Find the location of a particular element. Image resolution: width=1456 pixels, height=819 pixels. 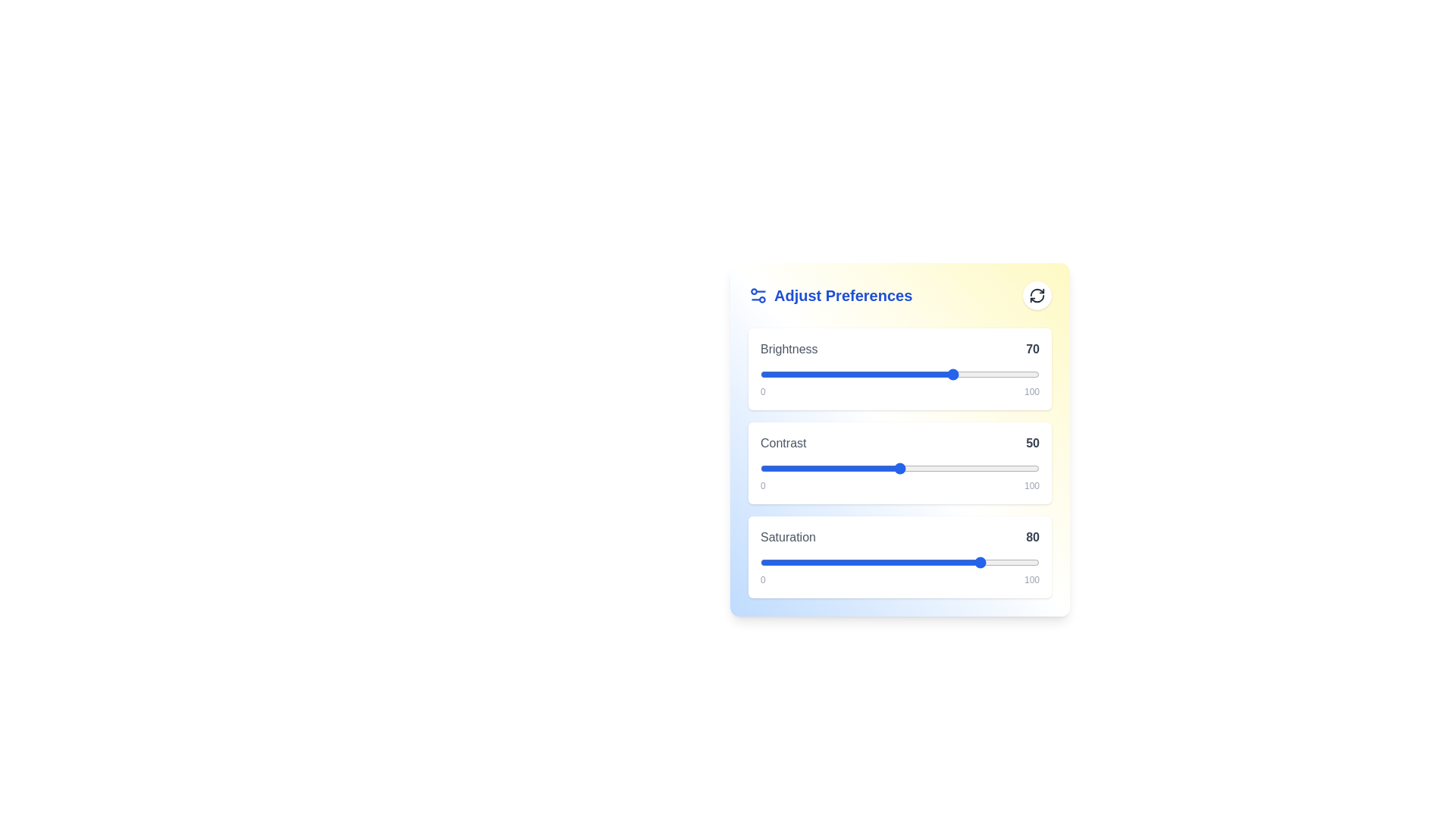

the static text label displaying the number '100', which is styled in a small-sized font with a light gray color, located on the right side of the slider control for the 'Brightness' setting is located at coordinates (1031, 391).